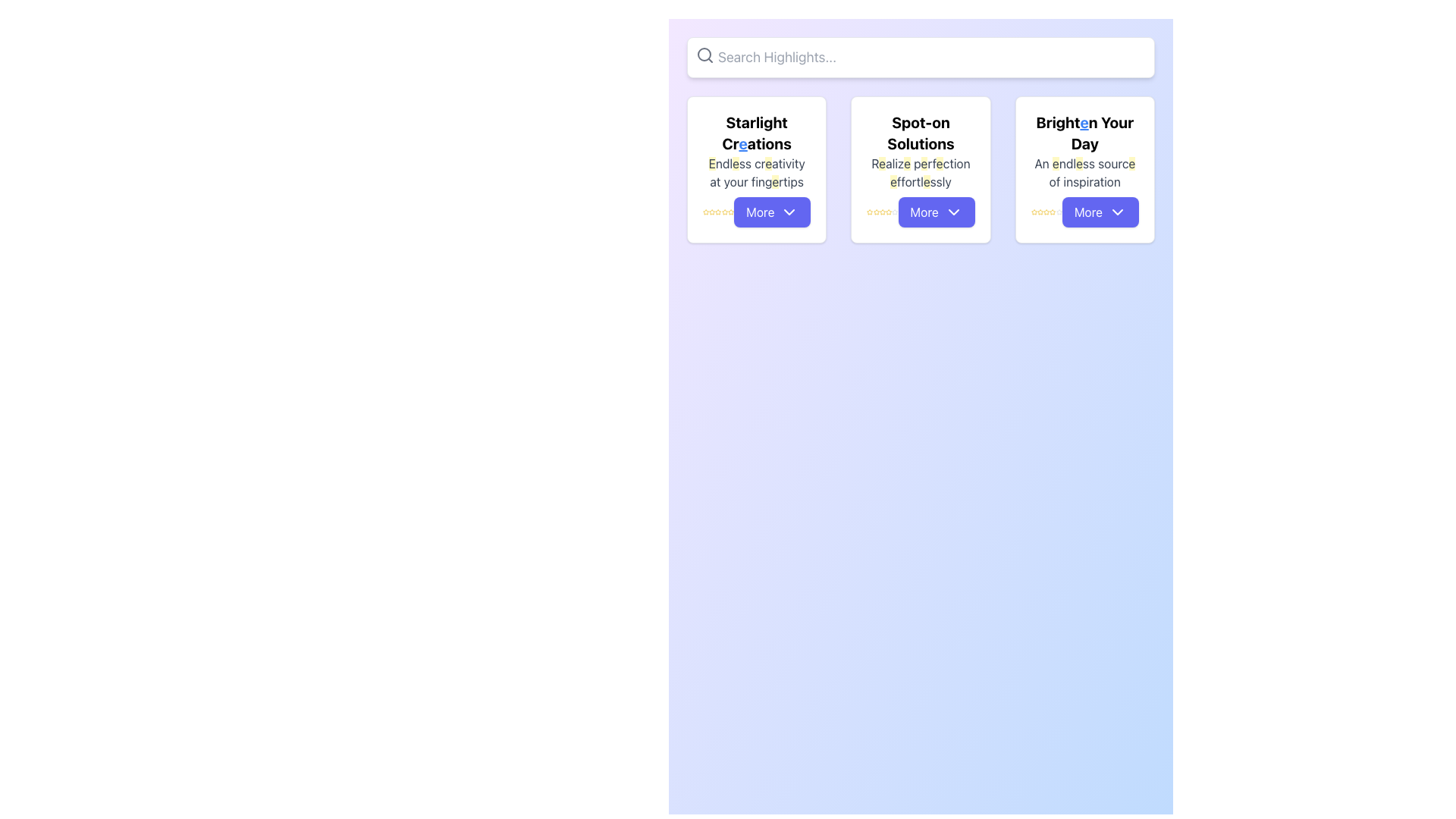  What do you see at coordinates (870, 212) in the screenshot?
I see `the first star in the rating component under the 'Spot-on Solutions' header in the middle card of three cards displayed in a grid layout` at bounding box center [870, 212].